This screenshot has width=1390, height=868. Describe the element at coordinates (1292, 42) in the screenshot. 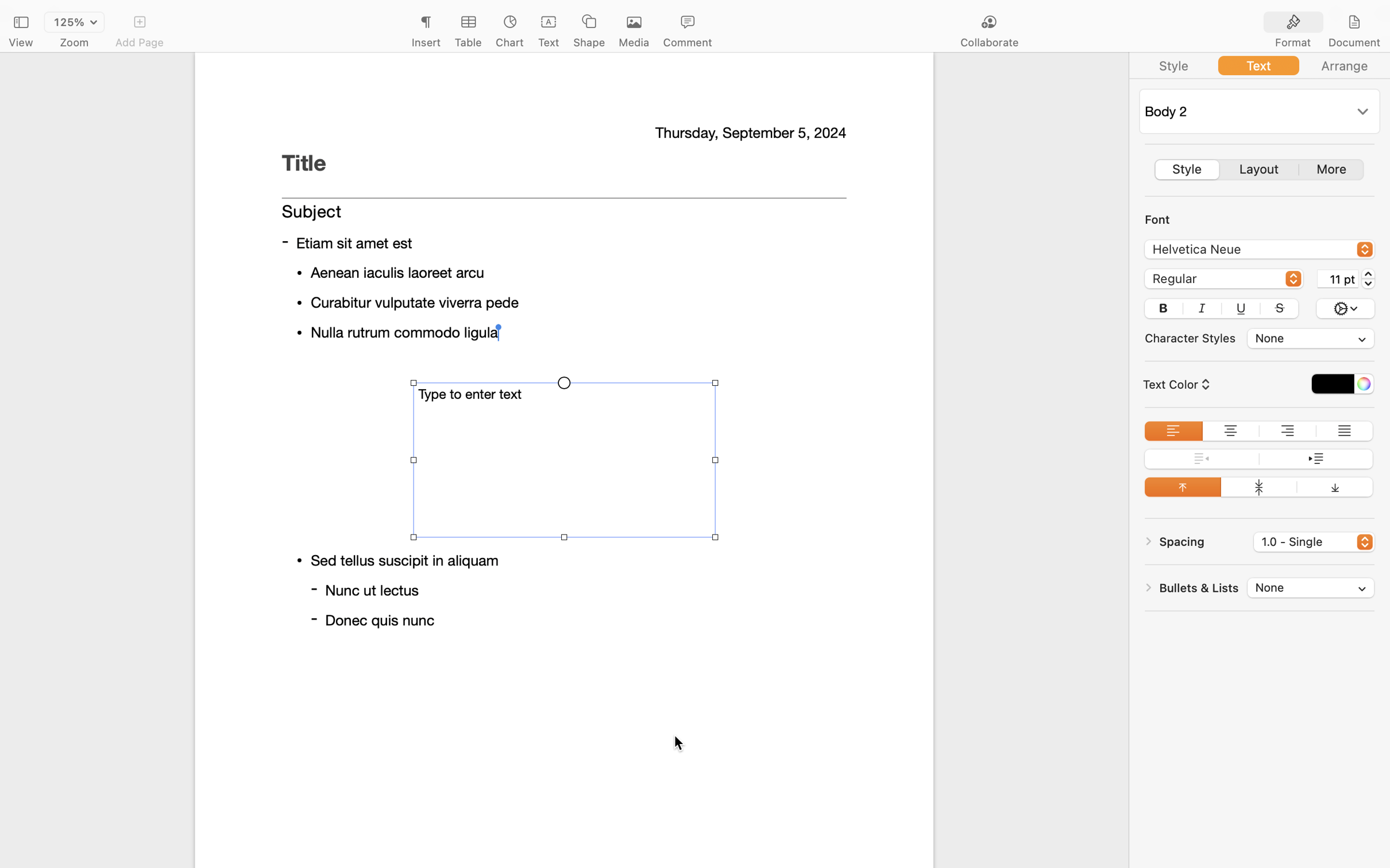

I see `'Format'` at that location.